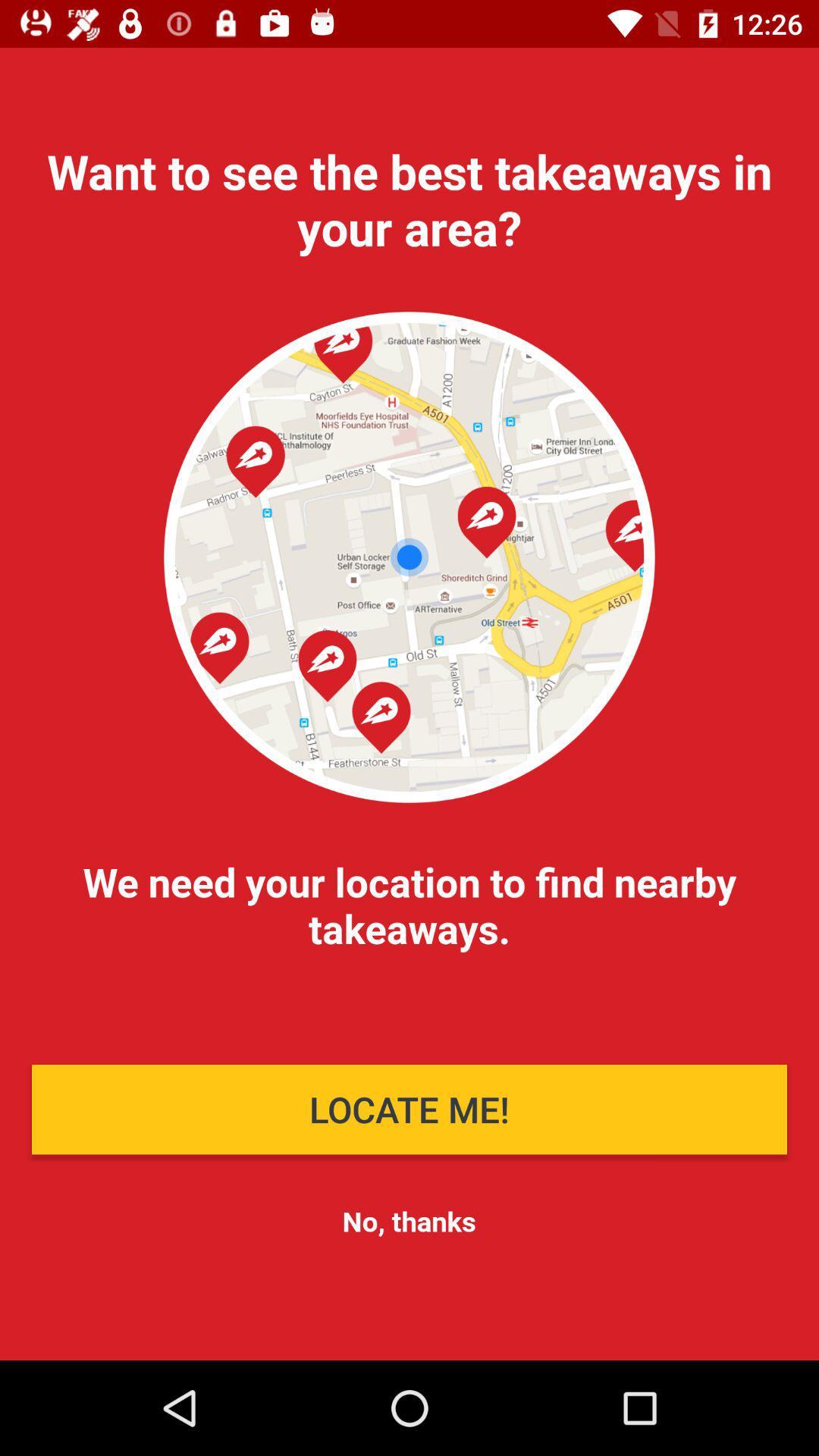 The image size is (819, 1456). What do you see at coordinates (409, 1109) in the screenshot?
I see `the icon above no, thanks icon` at bounding box center [409, 1109].